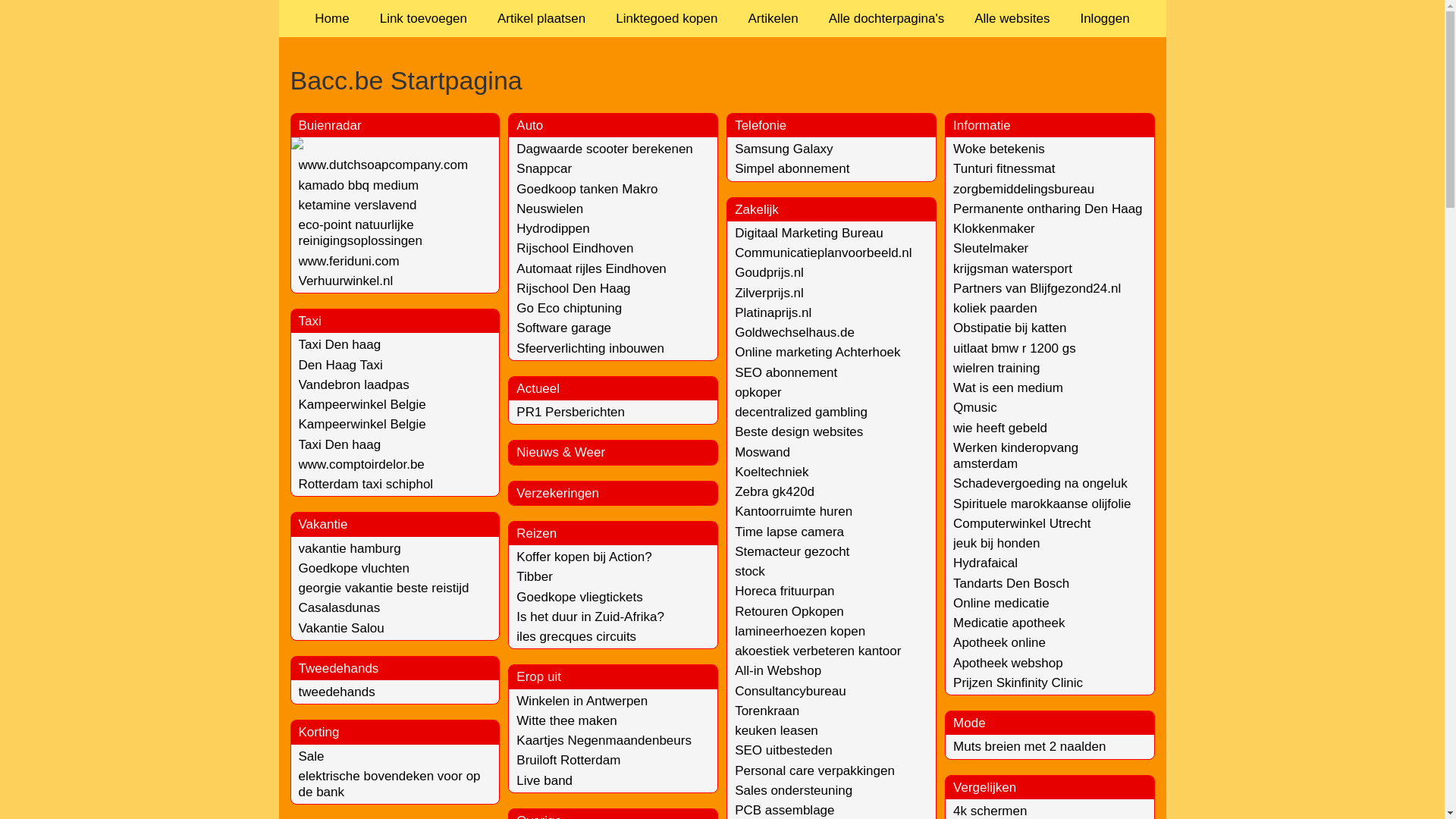 The width and height of the screenshot is (1456, 819). Describe the element at coordinates (340, 628) in the screenshot. I see `'Vakantie Salou'` at that location.